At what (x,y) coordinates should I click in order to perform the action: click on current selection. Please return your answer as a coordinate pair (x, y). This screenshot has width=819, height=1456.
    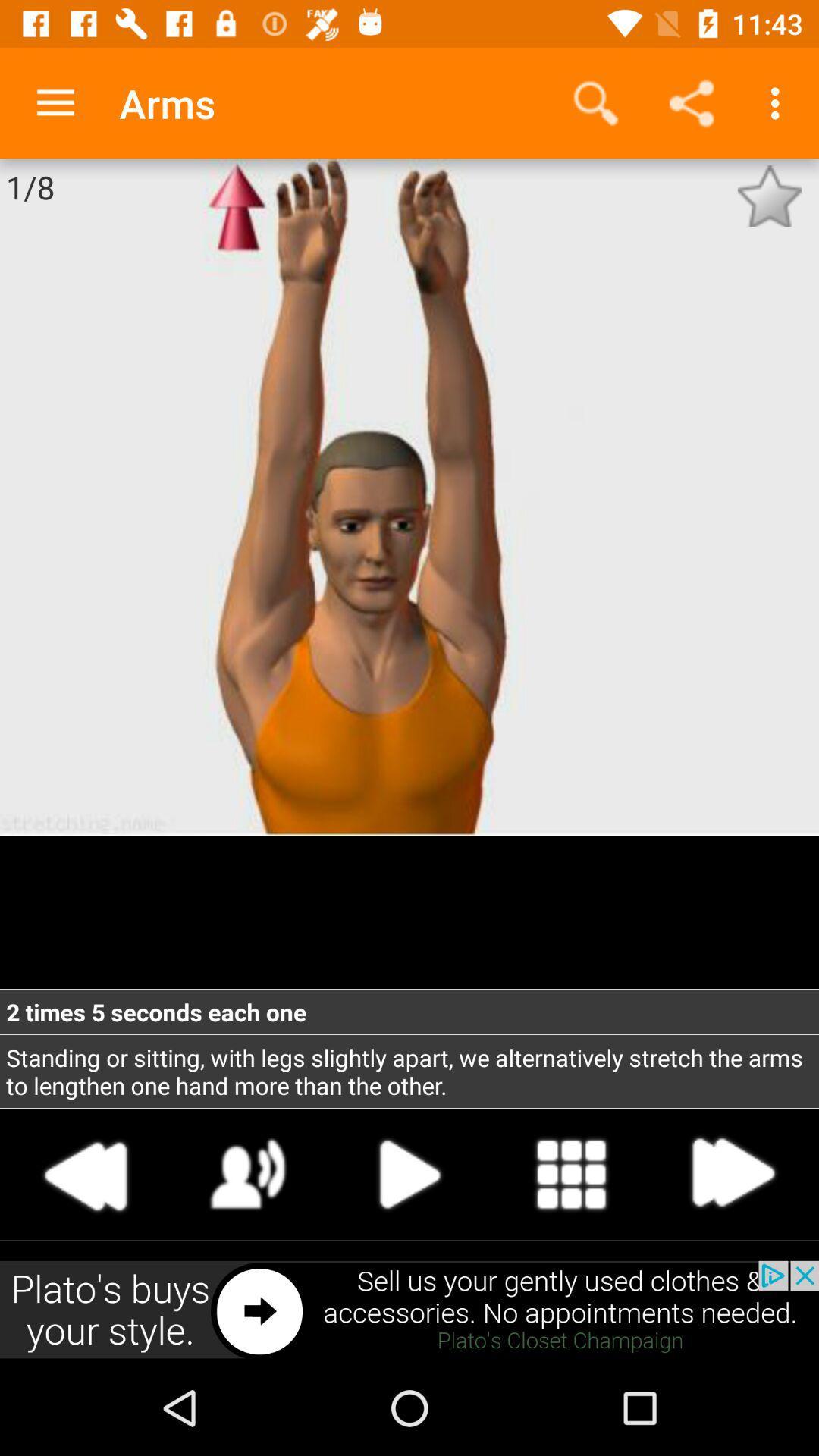
    Looking at the image, I should click on (409, 1173).